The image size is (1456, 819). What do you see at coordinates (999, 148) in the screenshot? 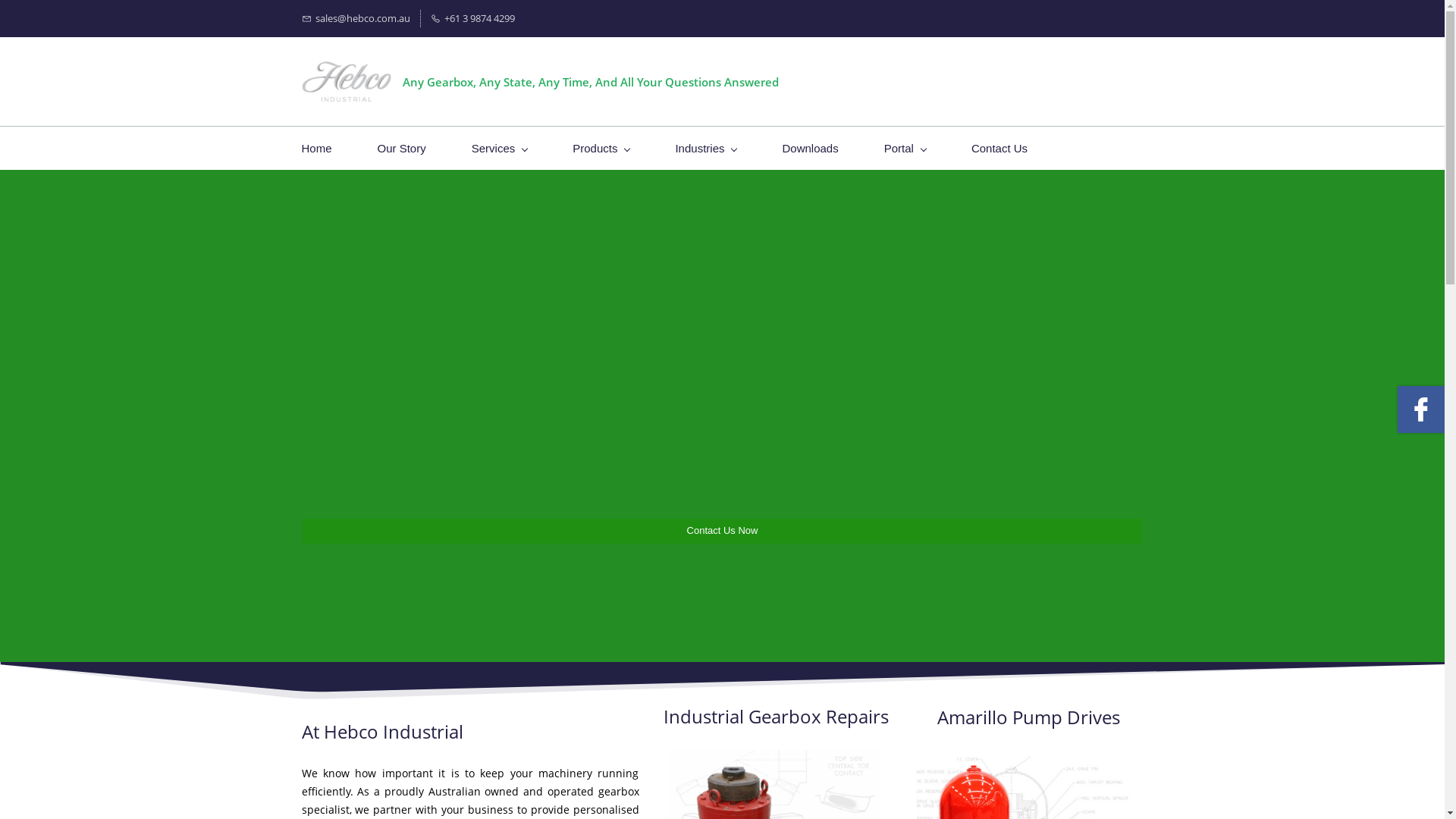
I see `'Contact Us'` at bounding box center [999, 148].